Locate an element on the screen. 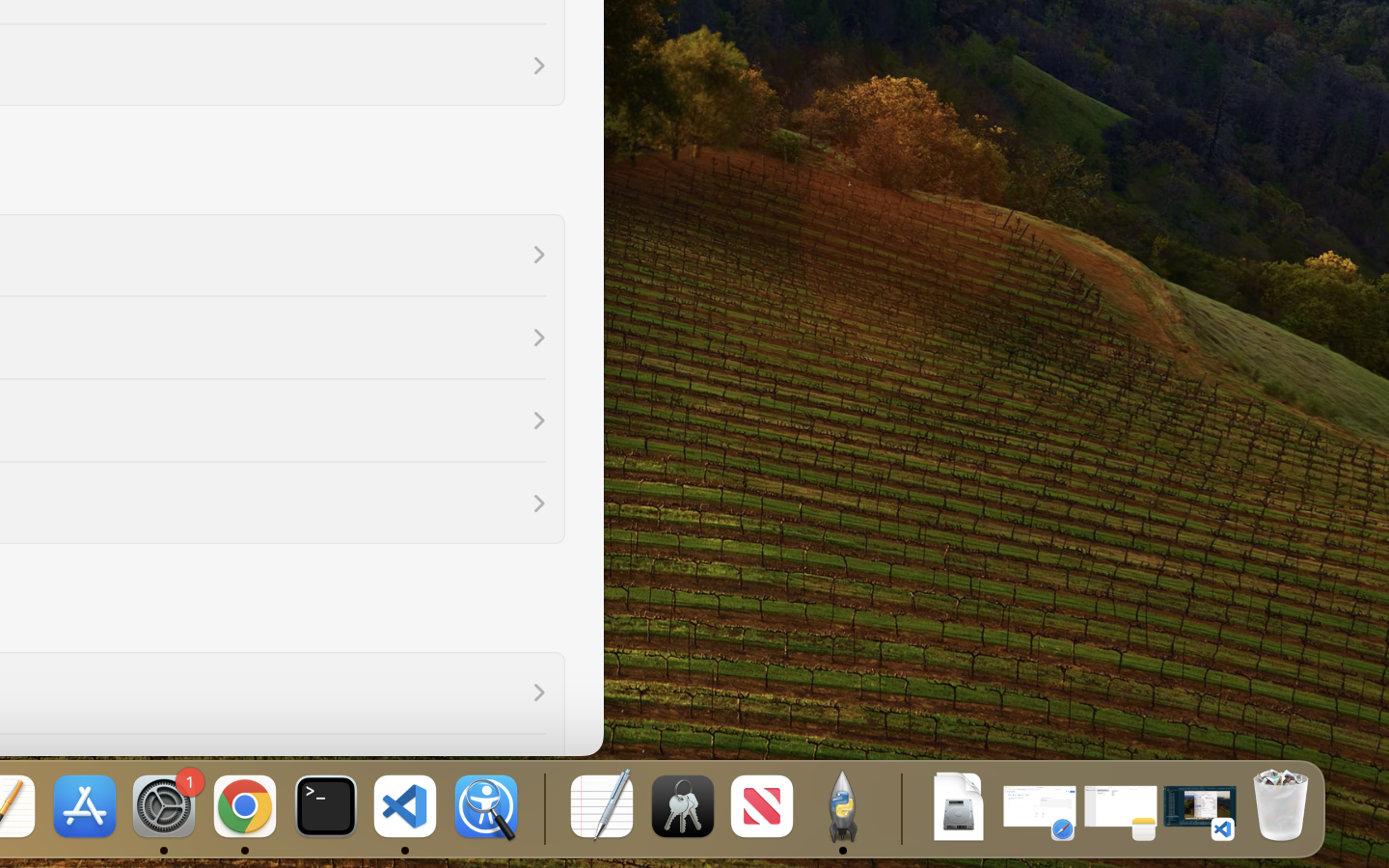 The height and width of the screenshot is (868, 1389). '0.4285714328289032' is located at coordinates (542, 807).